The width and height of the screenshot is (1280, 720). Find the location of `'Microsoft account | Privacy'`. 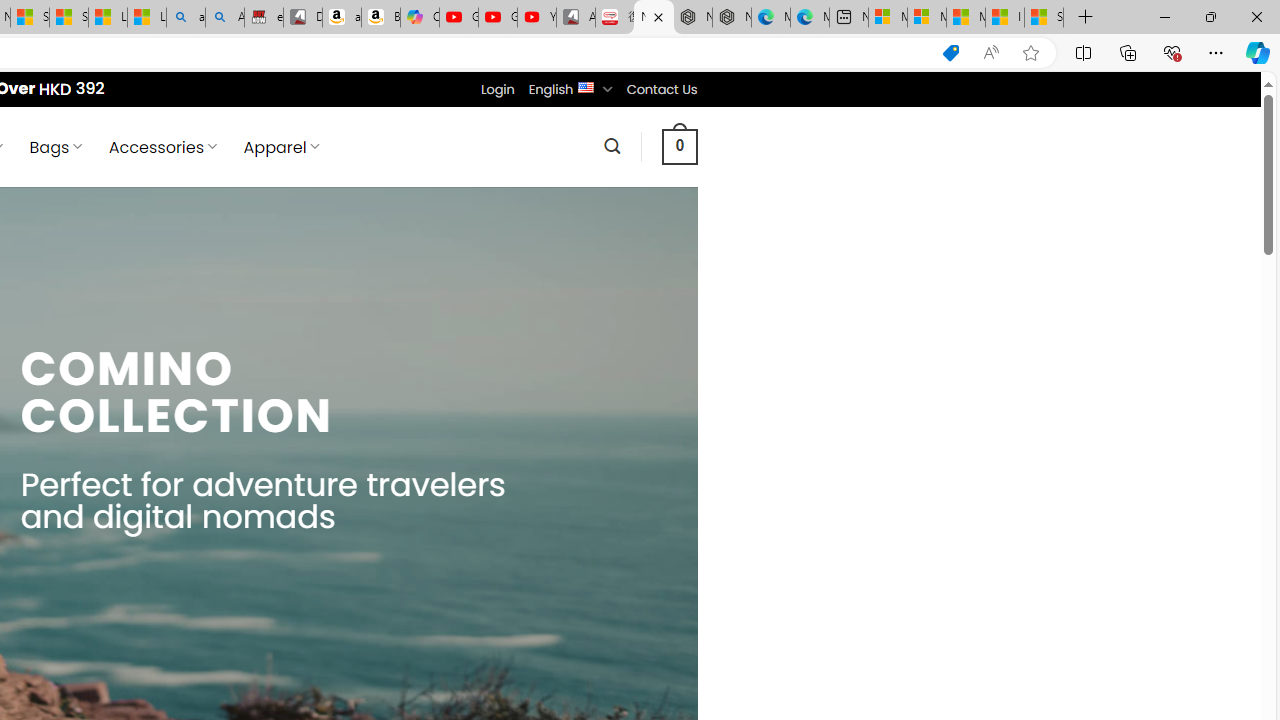

'Microsoft account | Privacy' is located at coordinates (925, 17).